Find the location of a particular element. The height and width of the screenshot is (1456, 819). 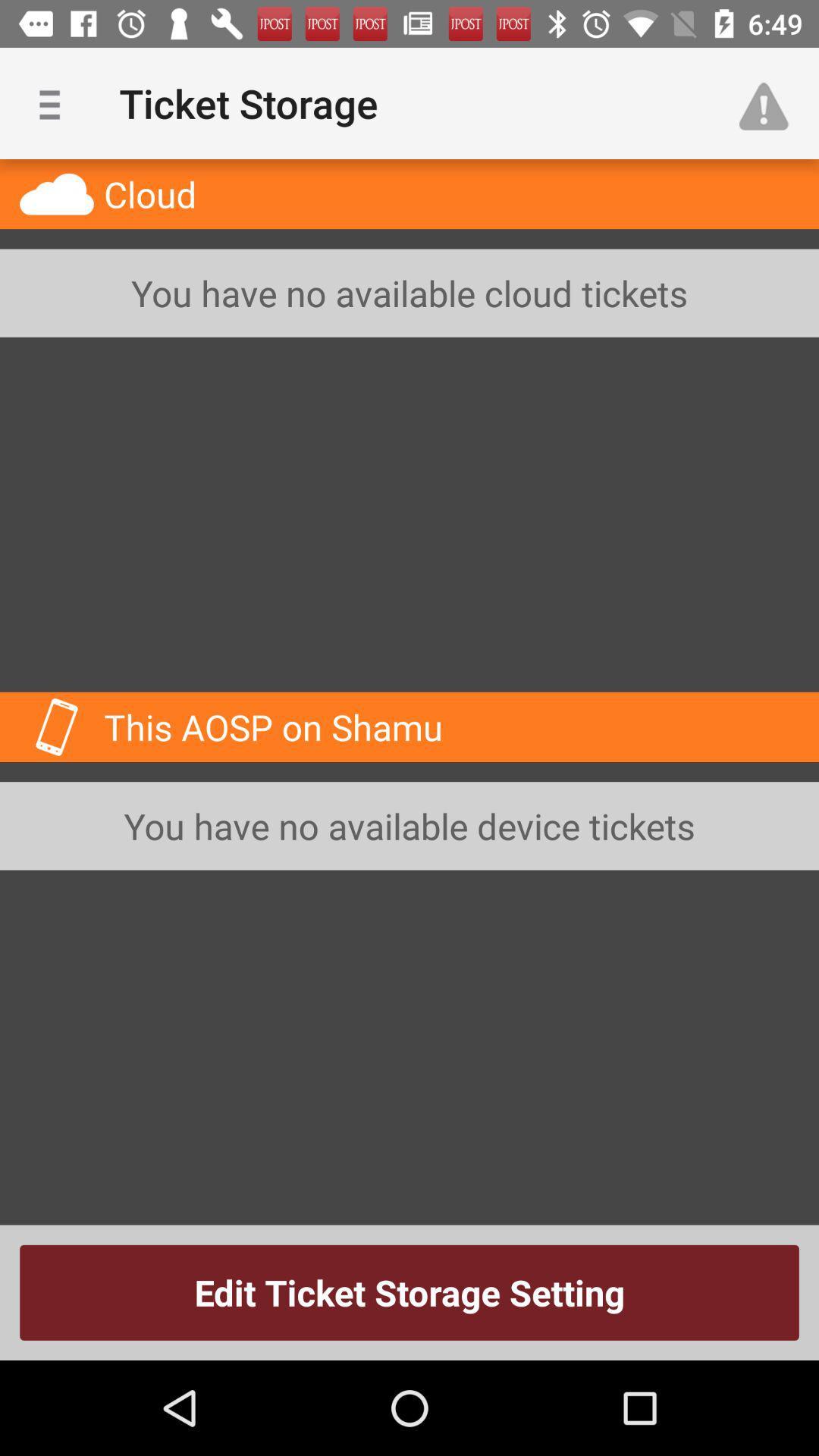

item to the left of ticket storage app is located at coordinates (55, 102).